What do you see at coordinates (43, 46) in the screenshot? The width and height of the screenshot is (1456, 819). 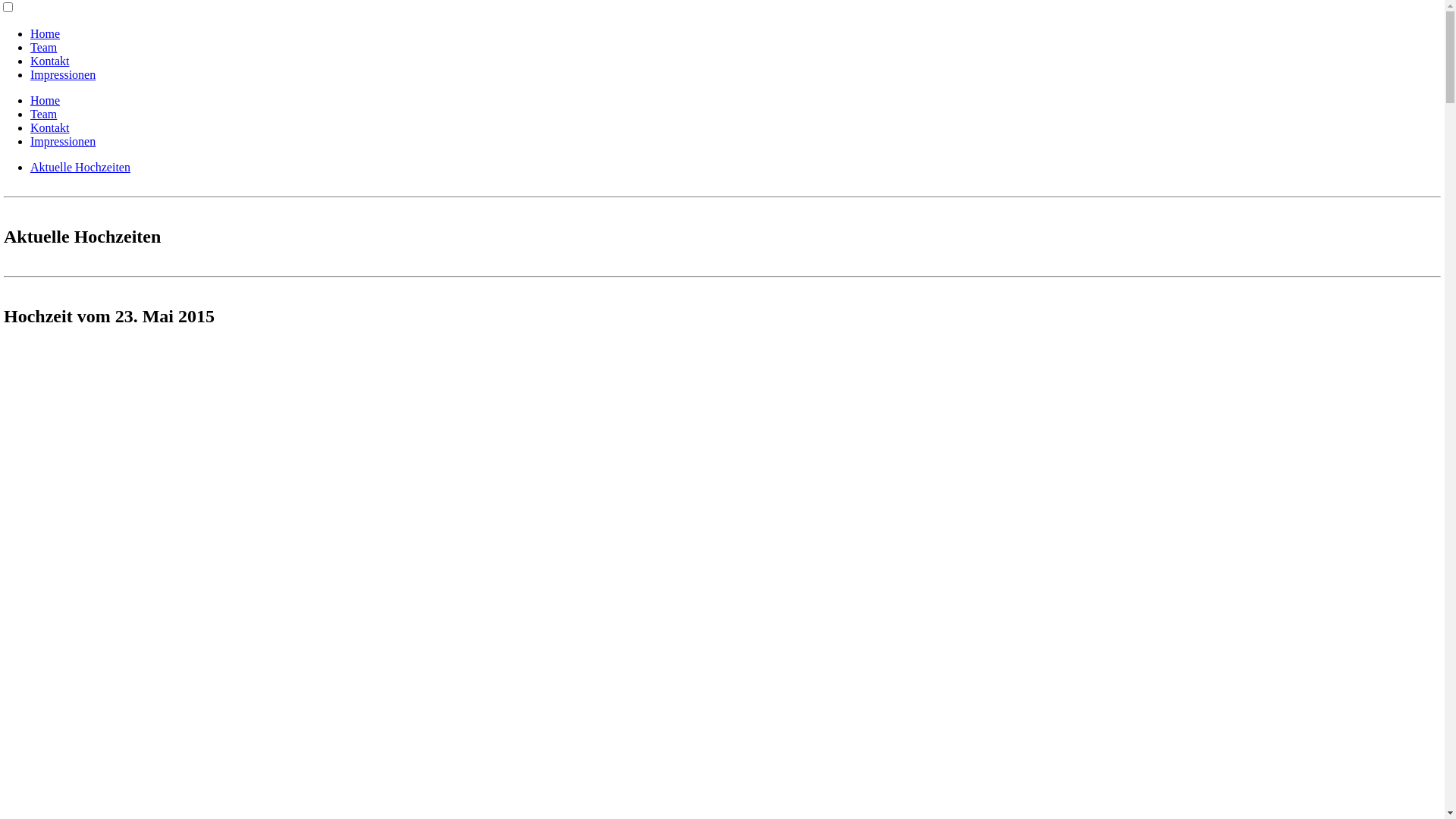 I see `'Team'` at bounding box center [43, 46].